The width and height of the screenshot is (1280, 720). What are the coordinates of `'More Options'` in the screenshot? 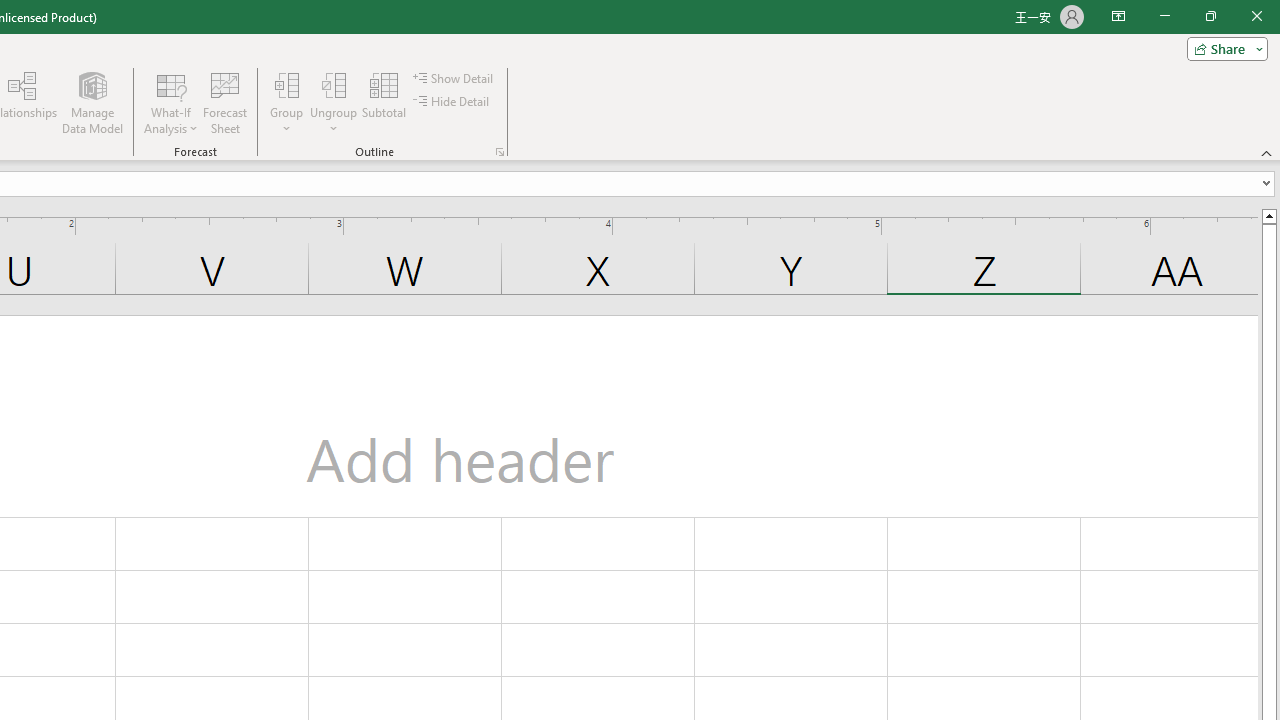 It's located at (334, 121).